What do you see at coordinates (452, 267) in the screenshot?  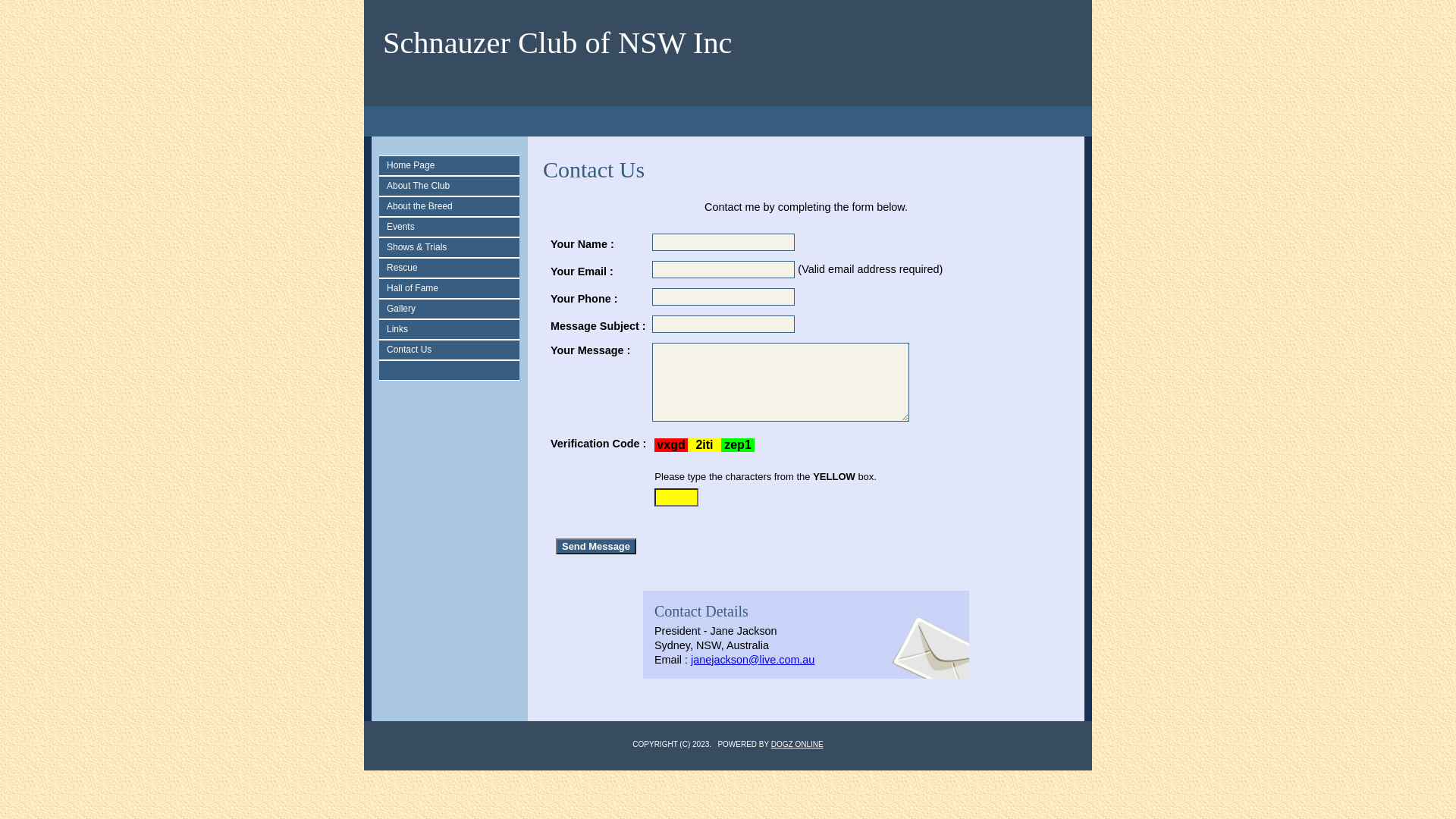 I see `'Rescue'` at bounding box center [452, 267].